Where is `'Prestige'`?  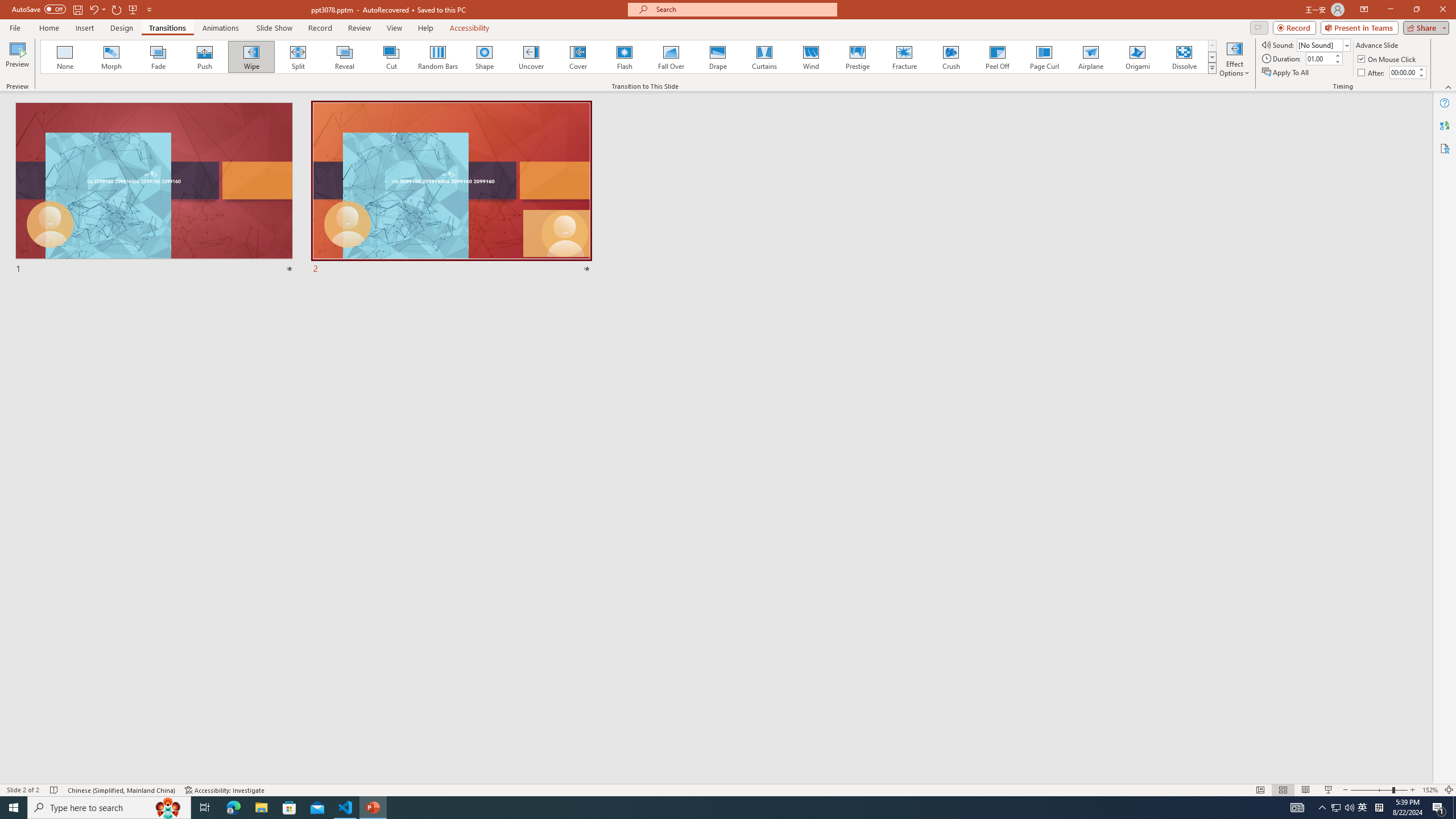 'Prestige' is located at coordinates (857, 56).